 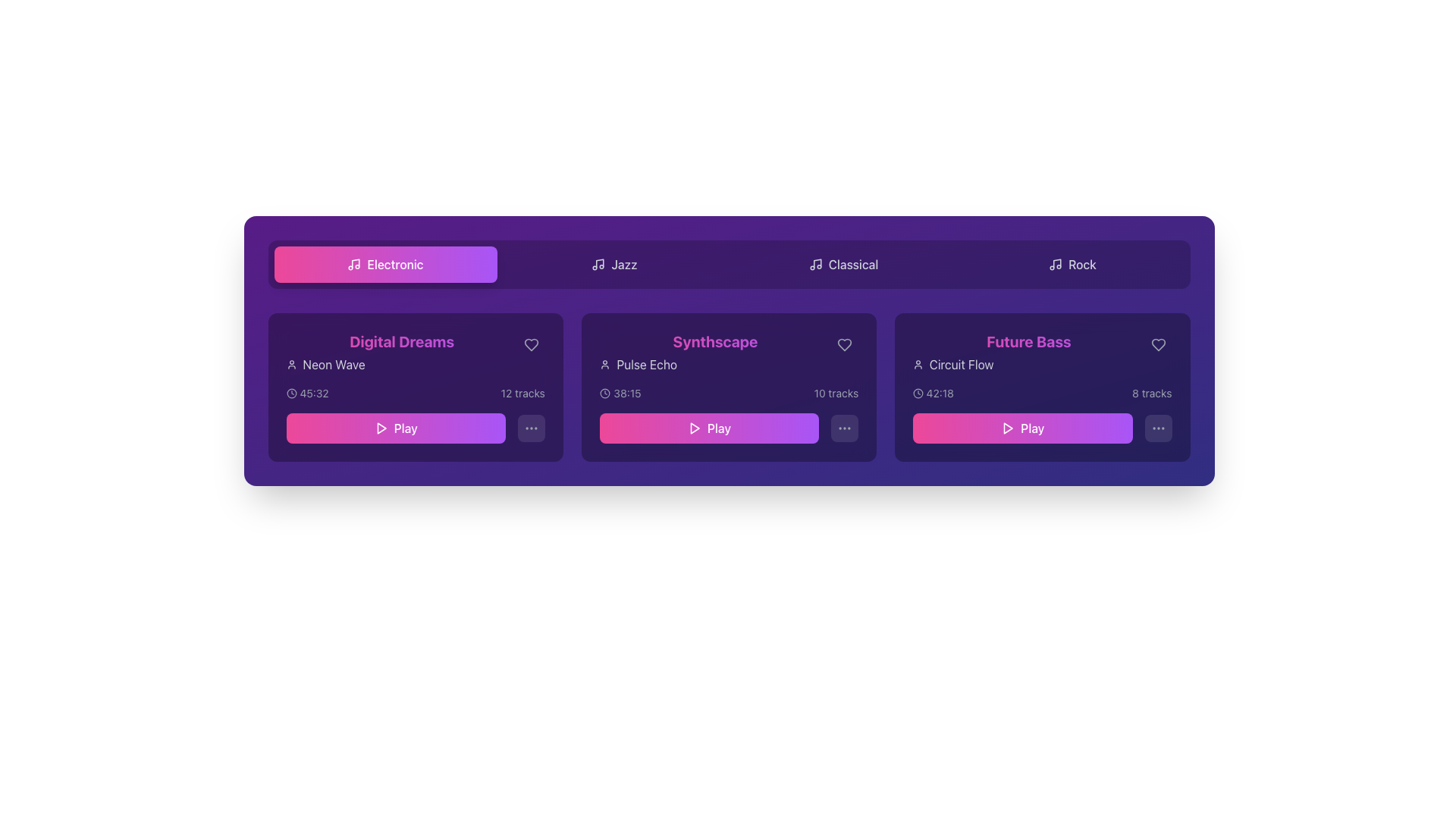 I want to click on the 'Synthscape' text display component, which features a bold gradient text on a dark purple card background in the upper section of the middle card, so click(x=714, y=353).